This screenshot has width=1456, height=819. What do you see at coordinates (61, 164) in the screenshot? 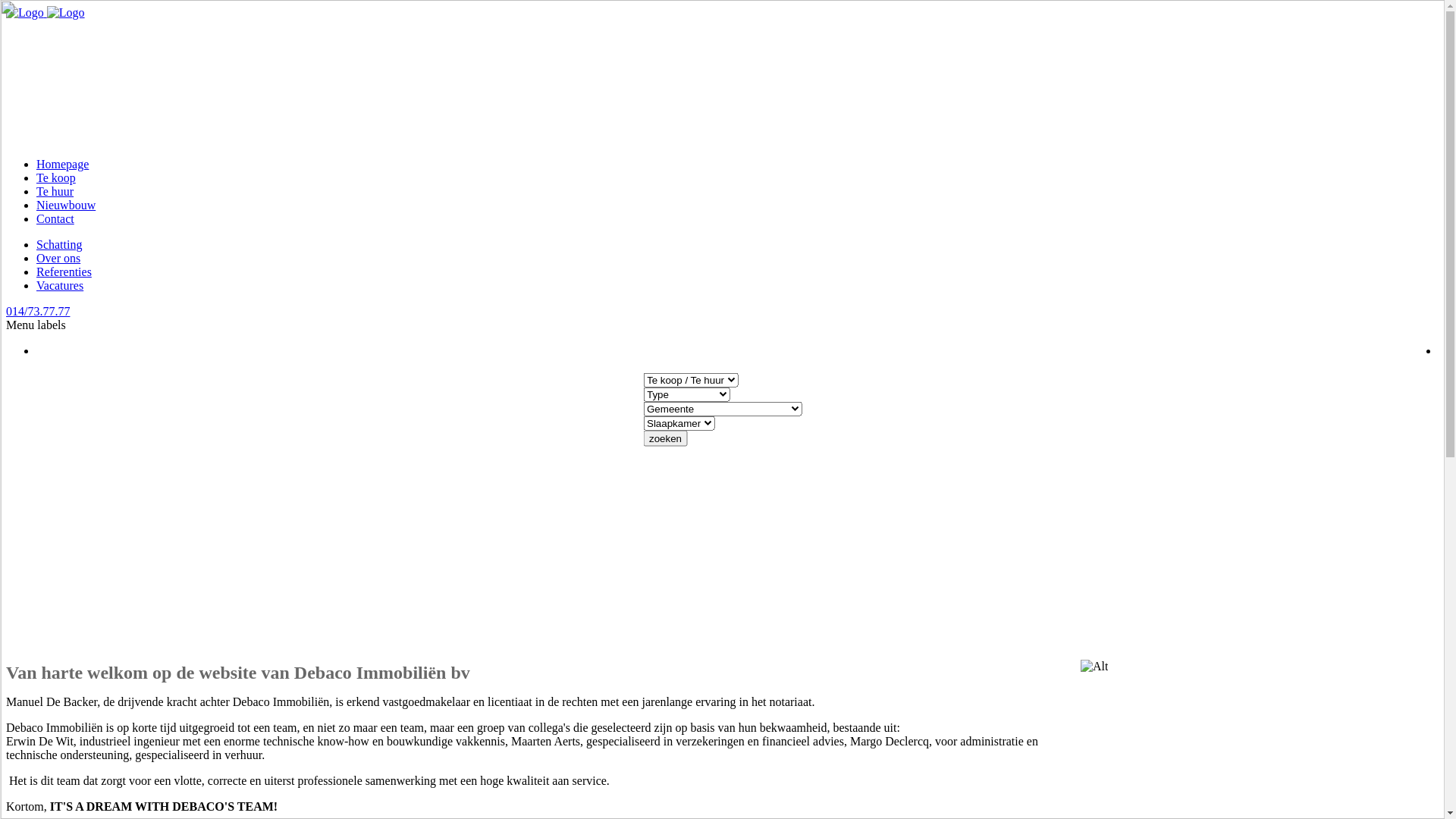
I see `'Homepage'` at bounding box center [61, 164].